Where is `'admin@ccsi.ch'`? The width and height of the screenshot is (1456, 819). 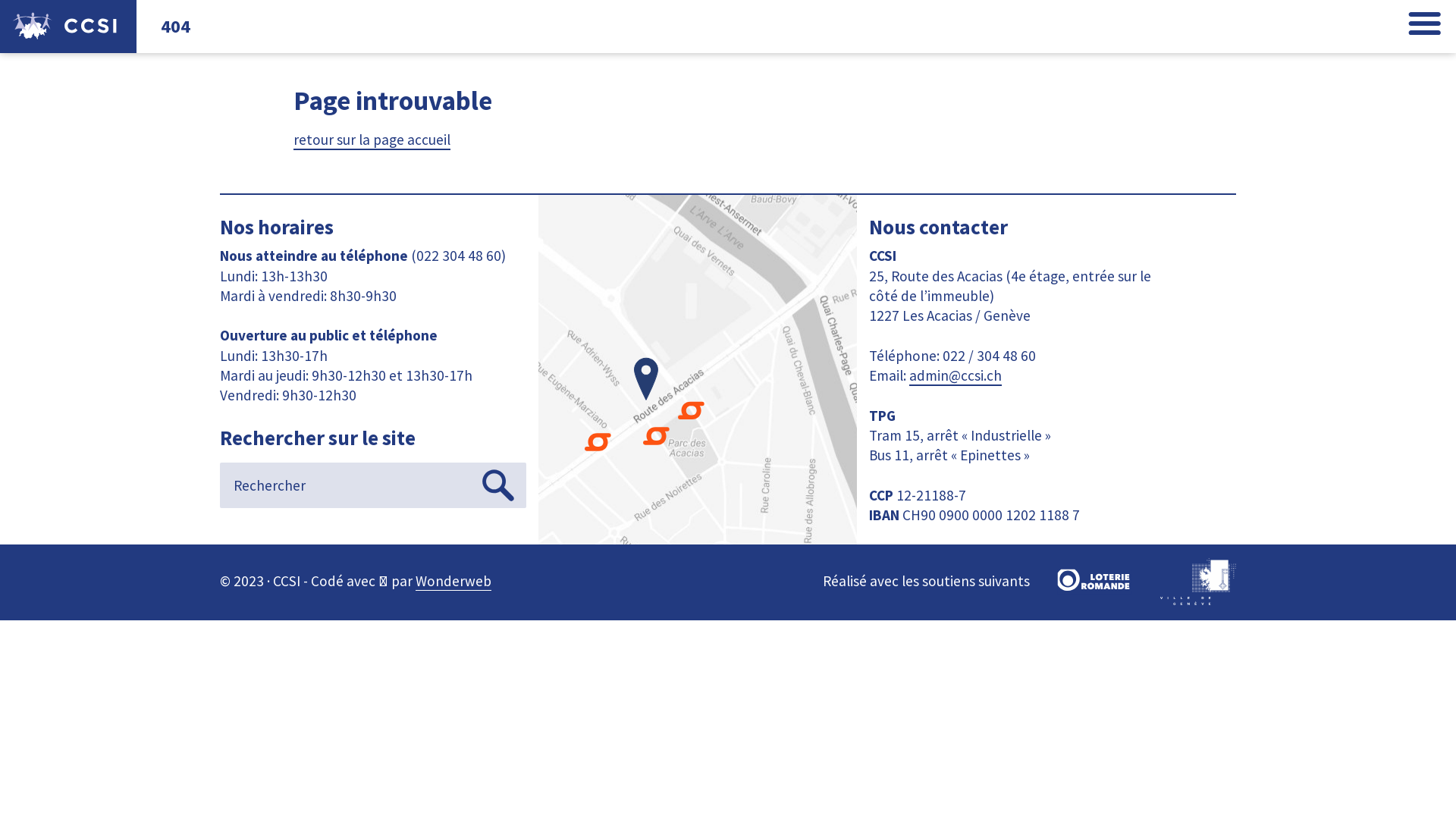 'admin@ccsi.ch' is located at coordinates (954, 375).